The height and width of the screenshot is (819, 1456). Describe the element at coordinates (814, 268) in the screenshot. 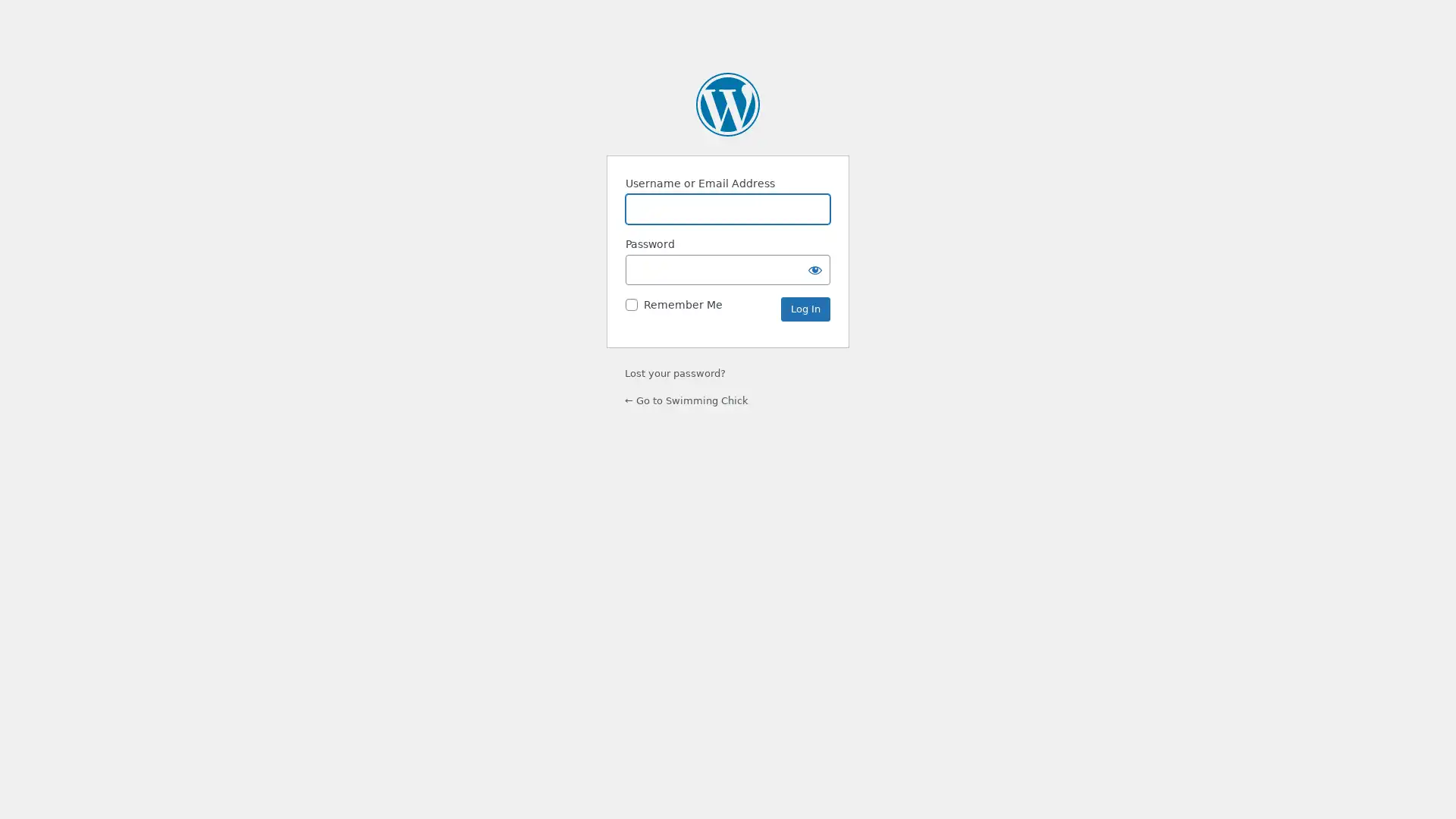

I see `Show password` at that location.